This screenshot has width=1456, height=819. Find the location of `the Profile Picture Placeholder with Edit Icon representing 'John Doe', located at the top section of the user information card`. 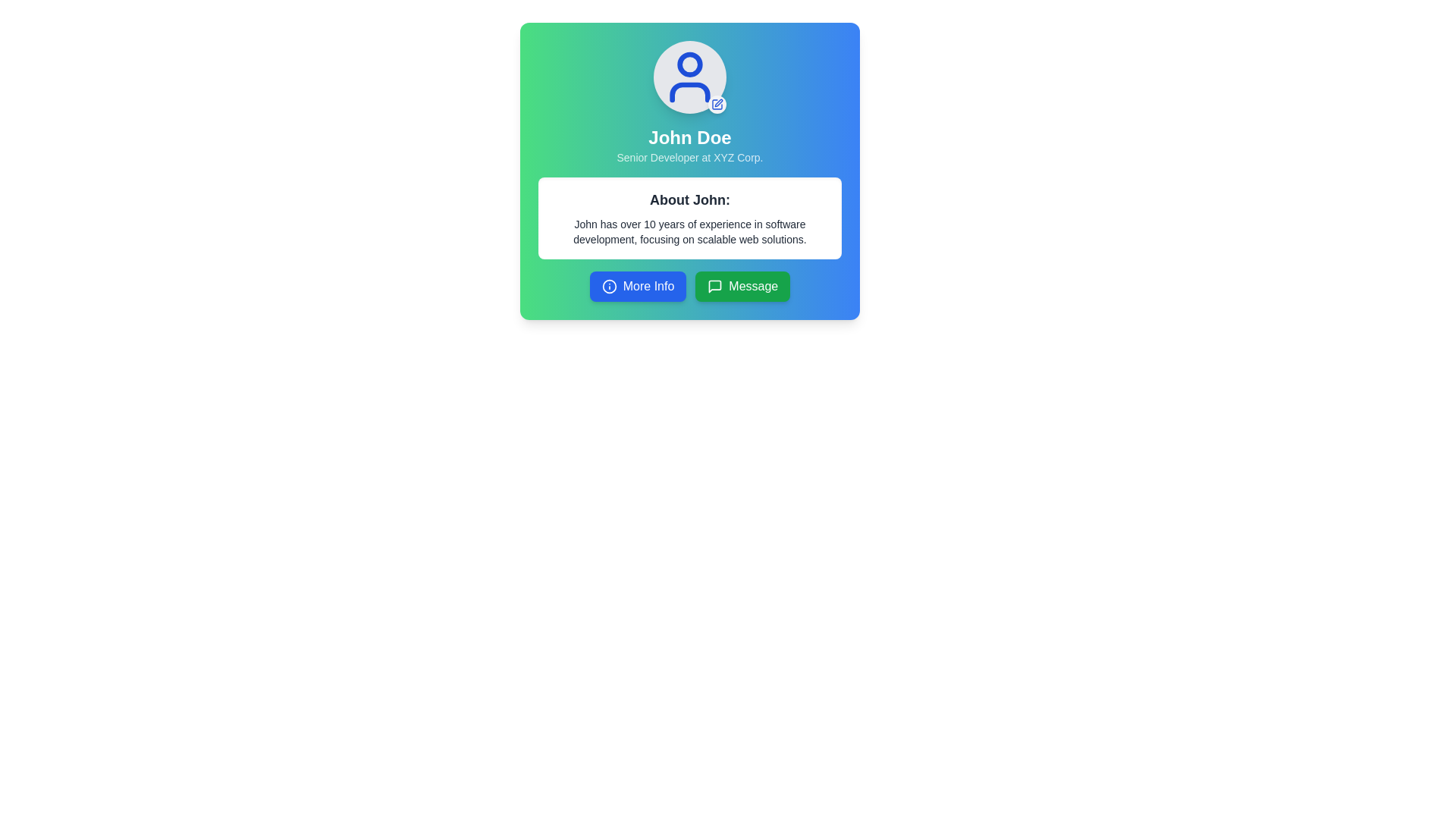

the Profile Picture Placeholder with Edit Icon representing 'John Doe', located at the top section of the user information card is located at coordinates (689, 77).